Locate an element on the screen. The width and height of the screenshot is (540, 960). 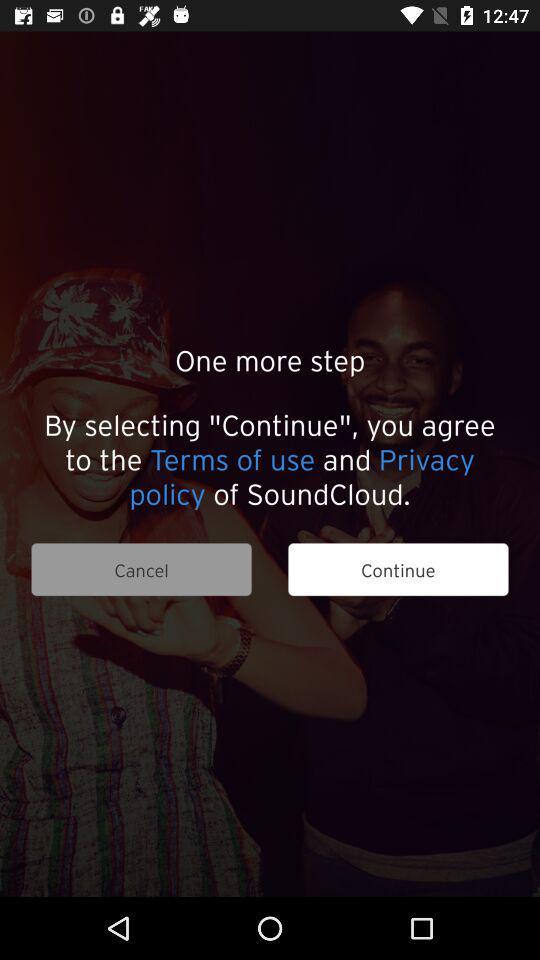
icon on the left is located at coordinates (140, 569).